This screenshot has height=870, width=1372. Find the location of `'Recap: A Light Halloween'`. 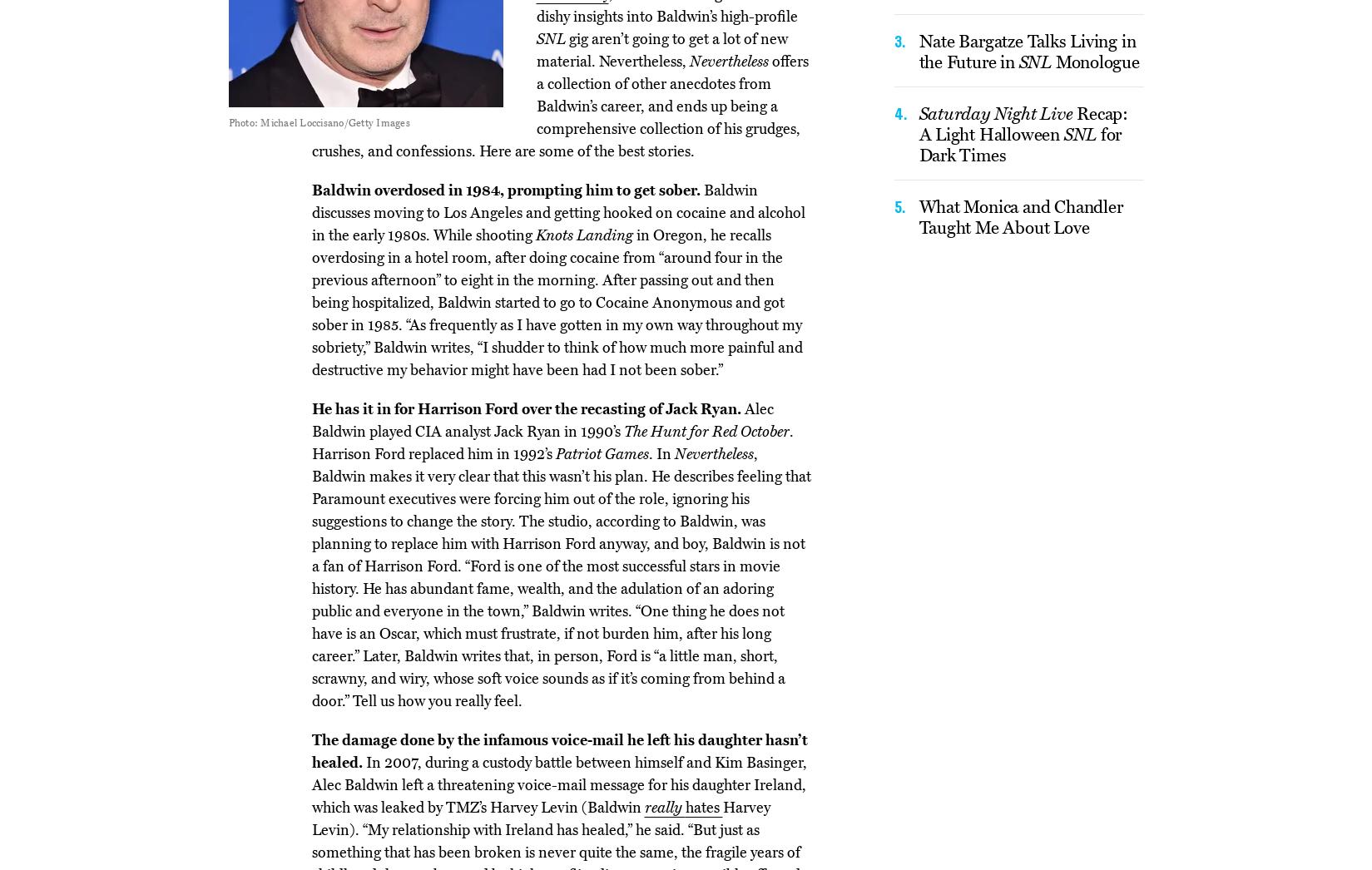

'Recap: A Light Halloween' is located at coordinates (1023, 122).